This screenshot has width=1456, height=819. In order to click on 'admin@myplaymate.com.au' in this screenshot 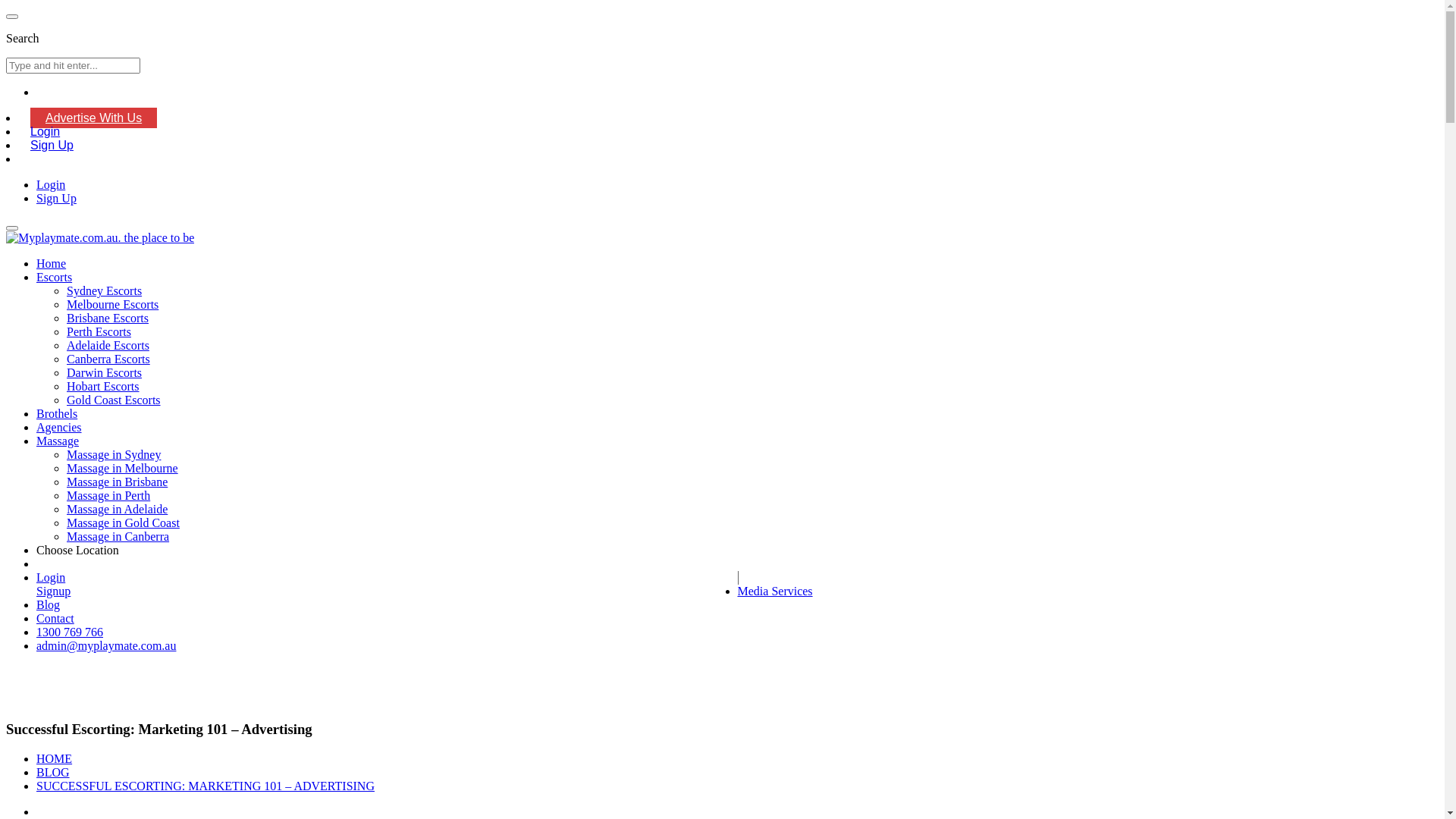, I will do `click(105, 645)`.